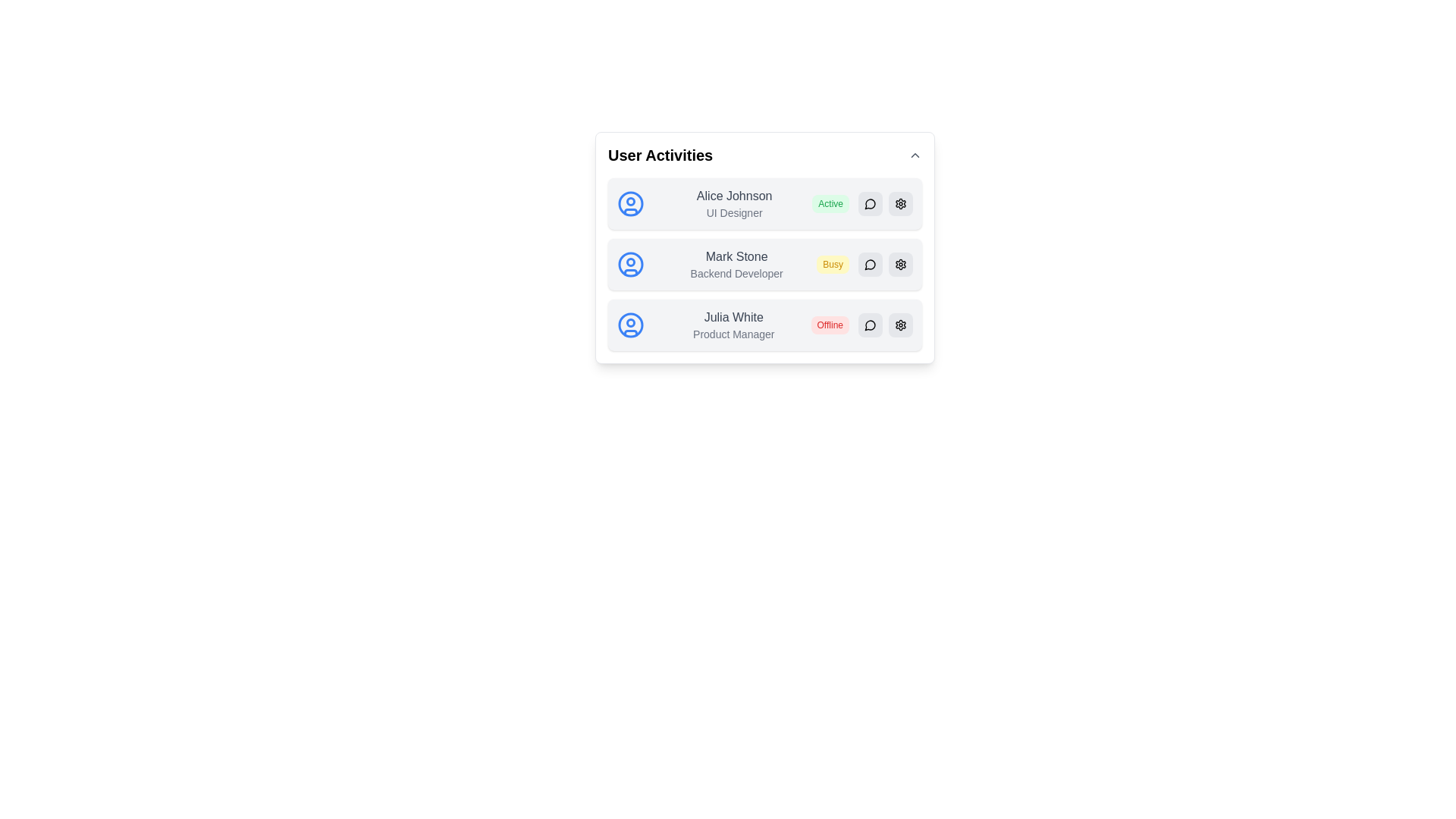 The height and width of the screenshot is (819, 1456). Describe the element at coordinates (736, 256) in the screenshot. I see `displayed name 'Mark Stone' from the text label located in the middle slot of the vertically stacked list within the 'User Activities' card` at that location.